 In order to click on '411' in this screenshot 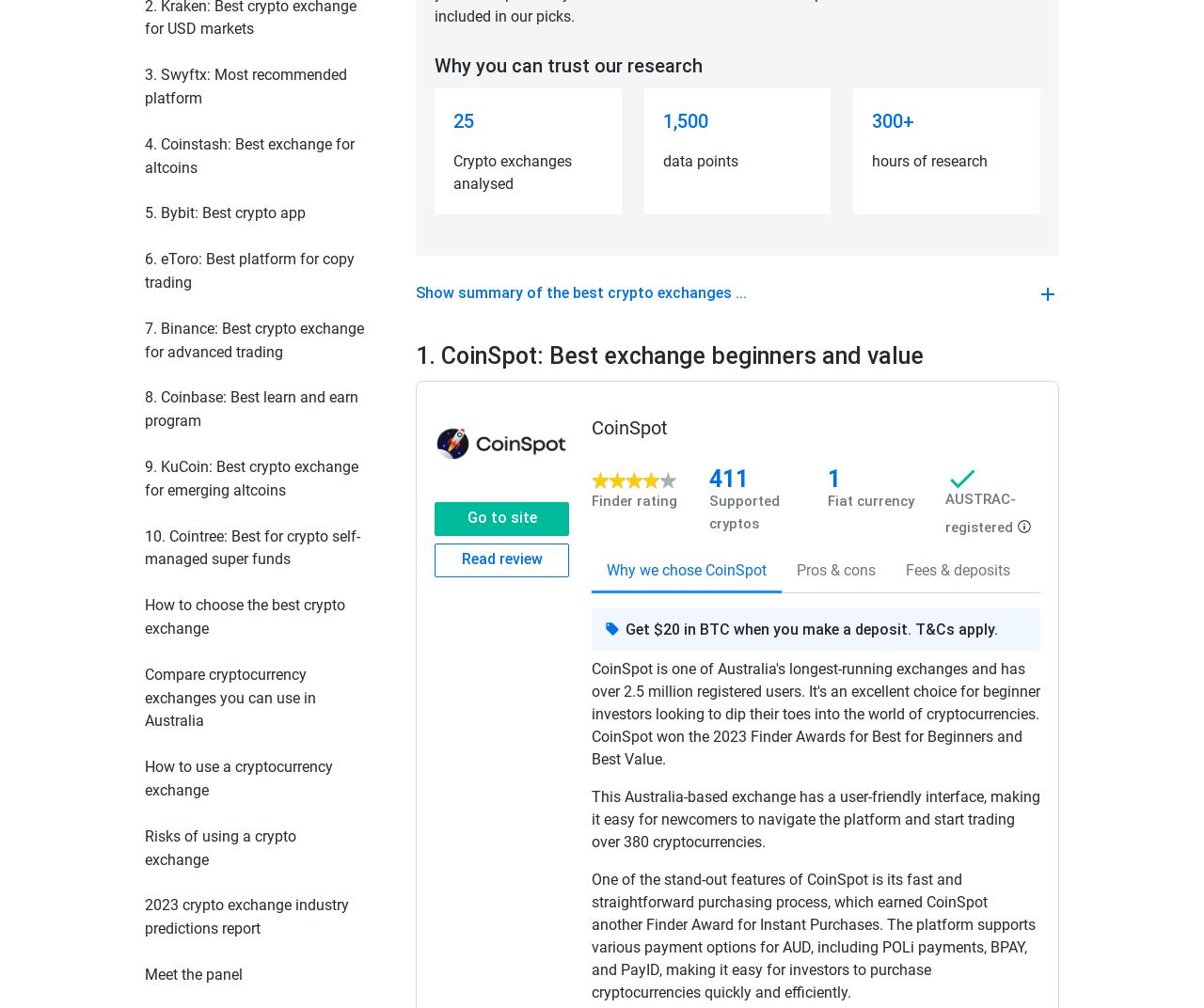, I will do `click(728, 479)`.